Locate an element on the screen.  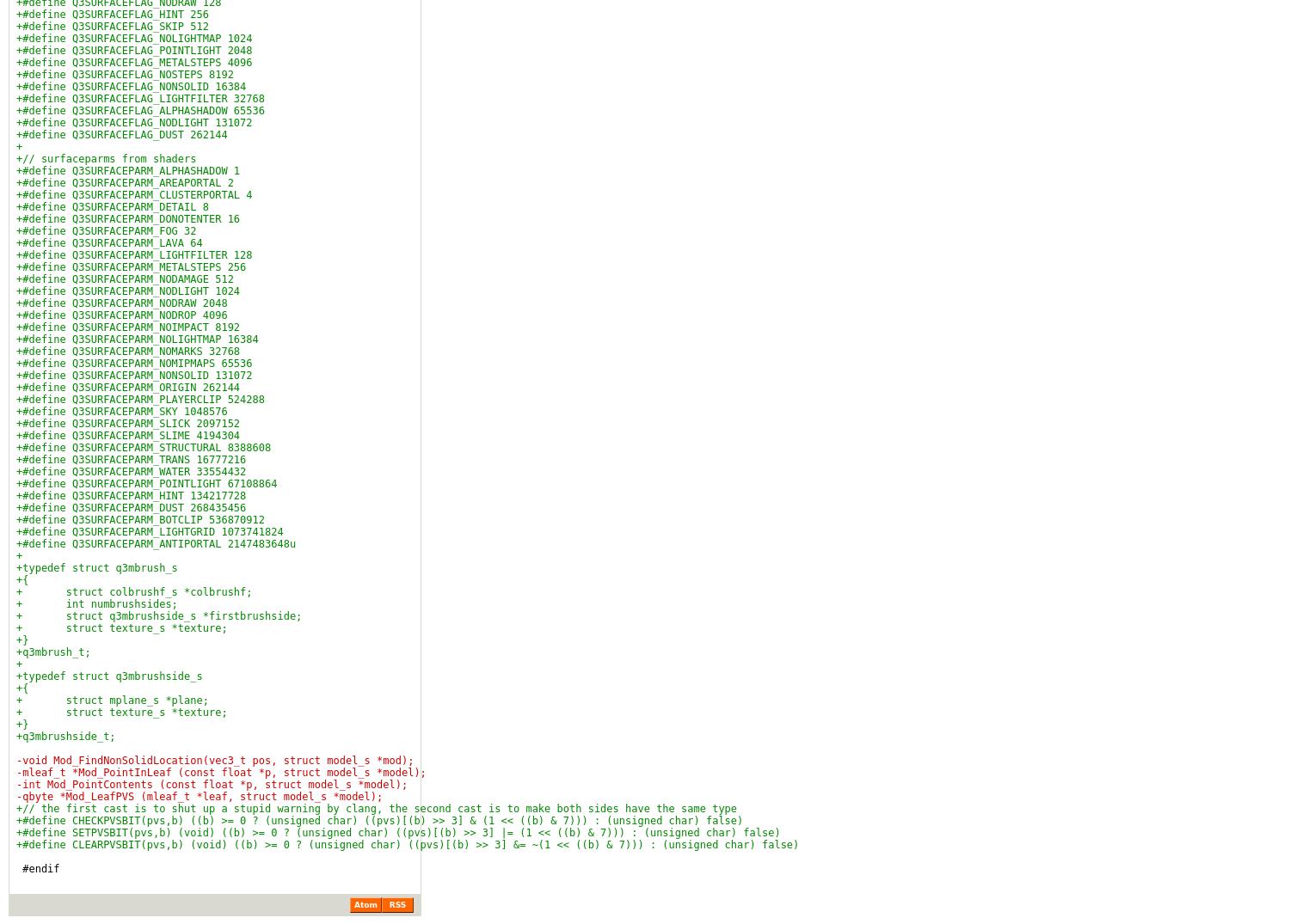
'+#define Q3SURFACEPARM_ANTIPORTAL 2147483648u' is located at coordinates (156, 542).